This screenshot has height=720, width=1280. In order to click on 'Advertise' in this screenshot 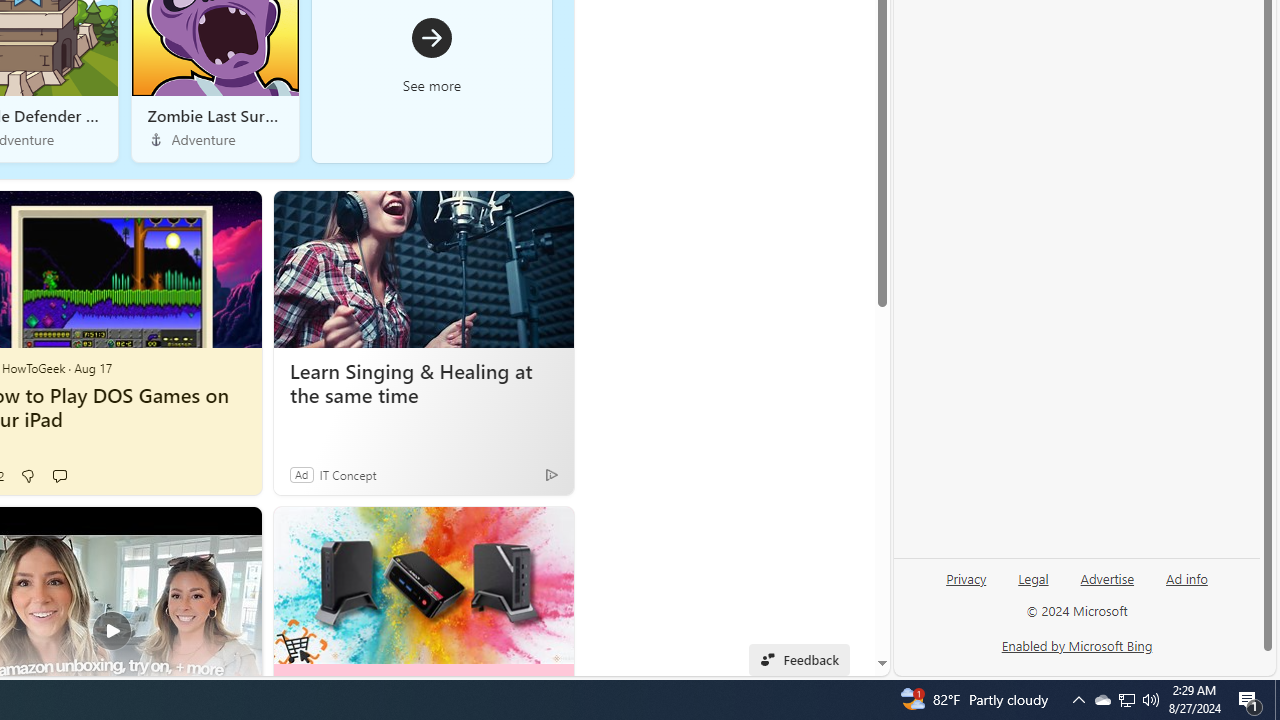, I will do `click(1106, 585)`.